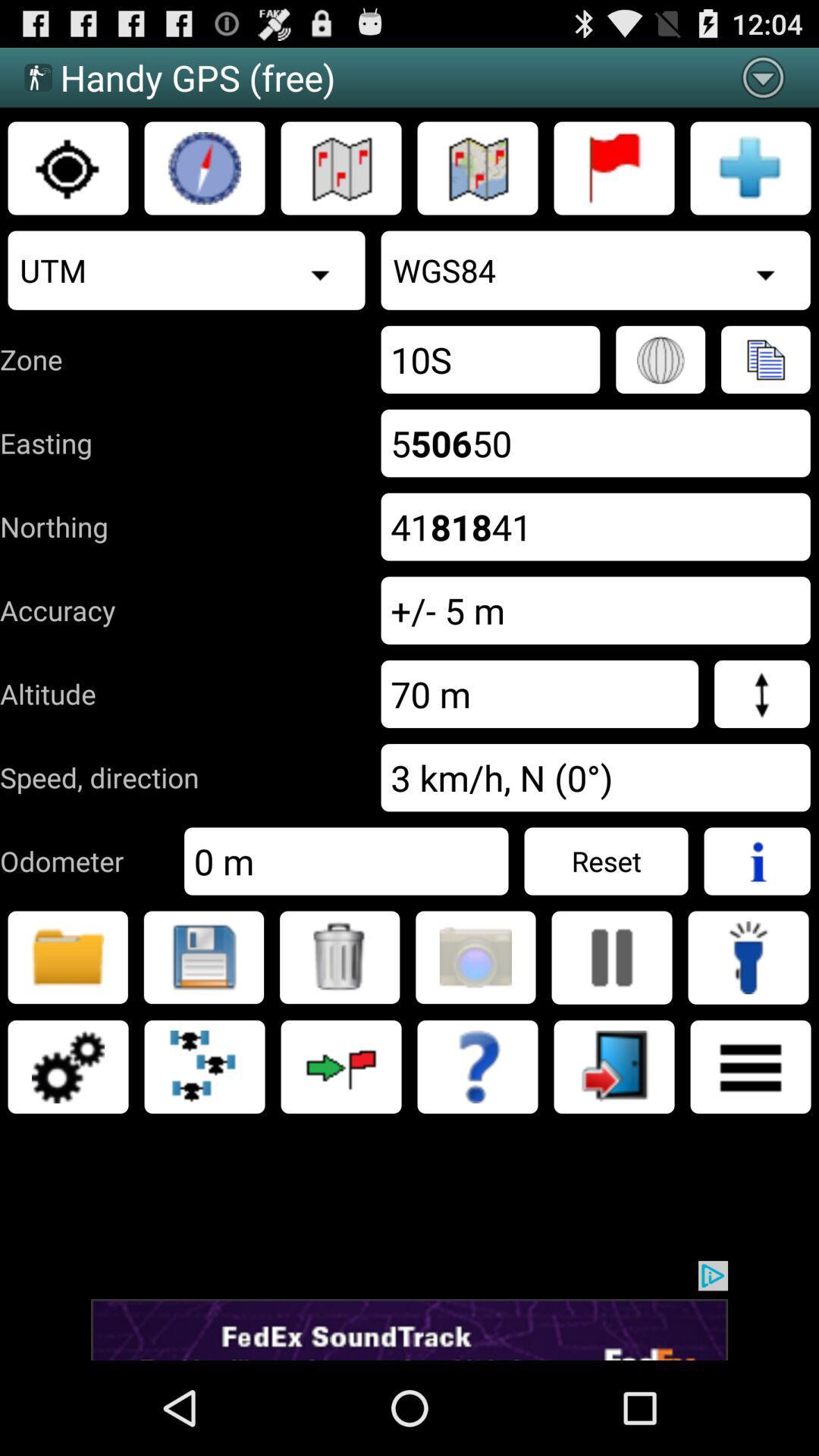  Describe the element at coordinates (409, 1310) in the screenshot. I see `opens up advertisement` at that location.